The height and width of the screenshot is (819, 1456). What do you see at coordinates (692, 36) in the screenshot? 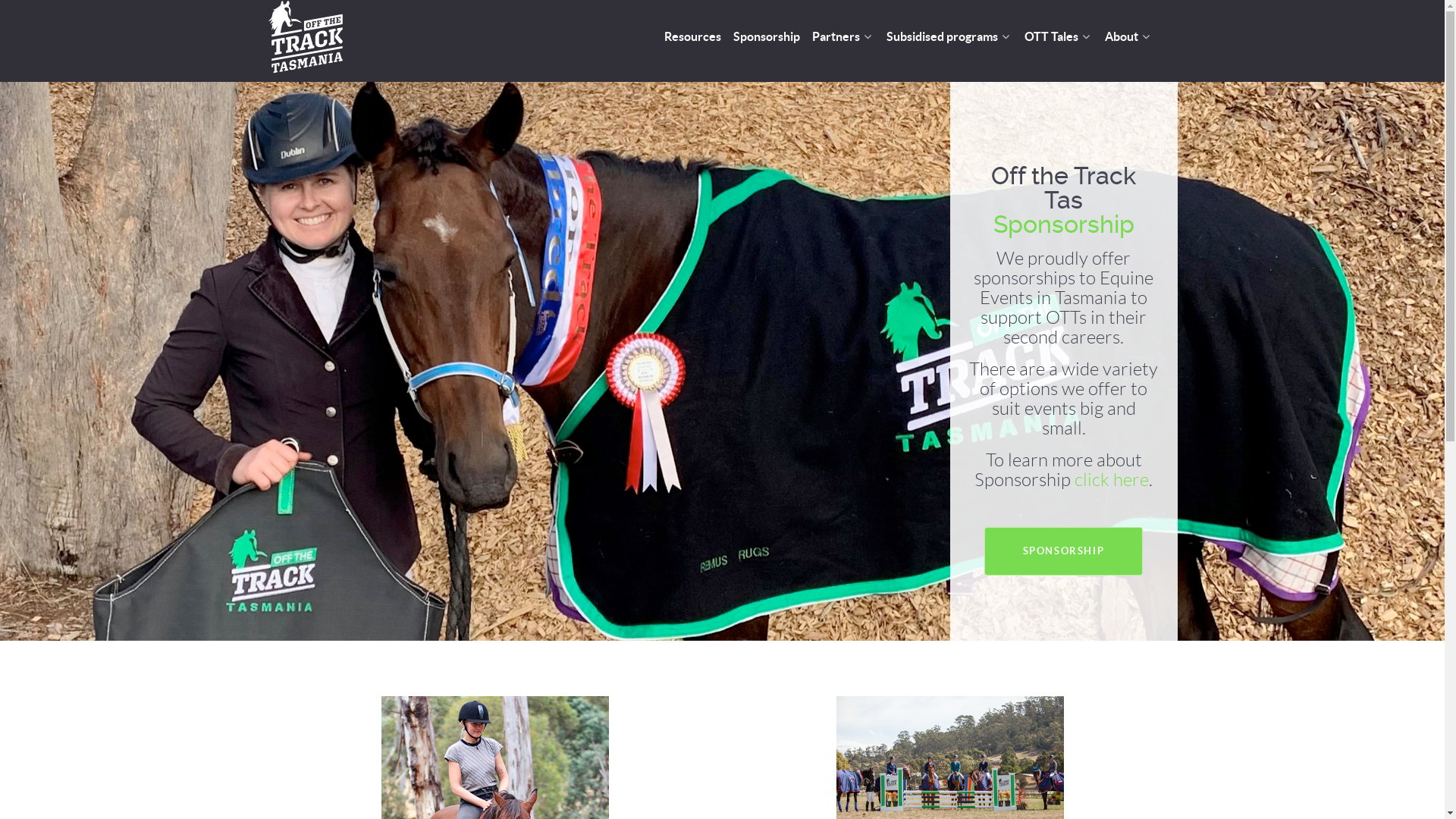
I see `'Resources'` at bounding box center [692, 36].